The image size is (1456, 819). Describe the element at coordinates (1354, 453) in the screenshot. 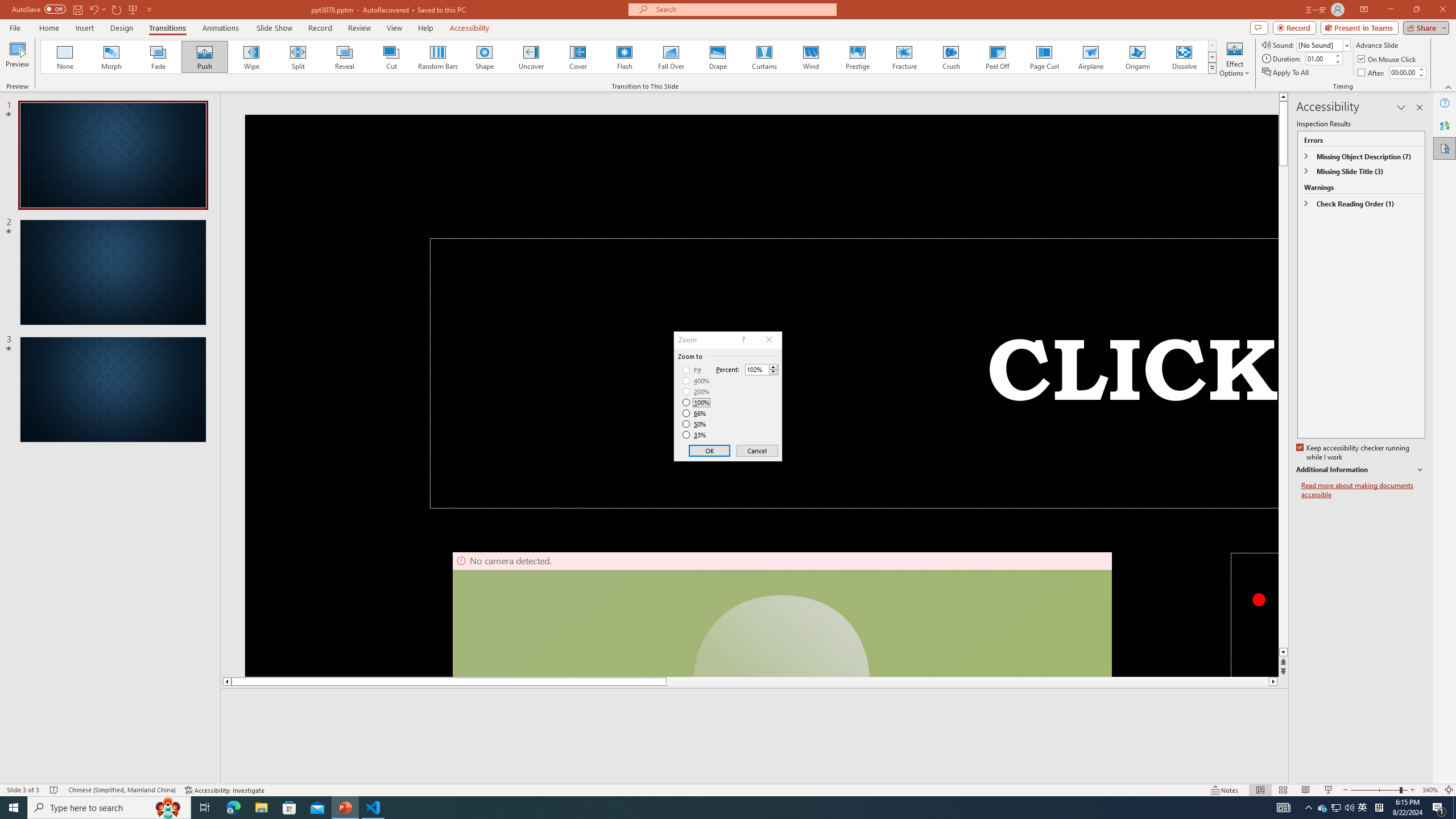

I see `'Keep accessibility checker running while I work'` at that location.